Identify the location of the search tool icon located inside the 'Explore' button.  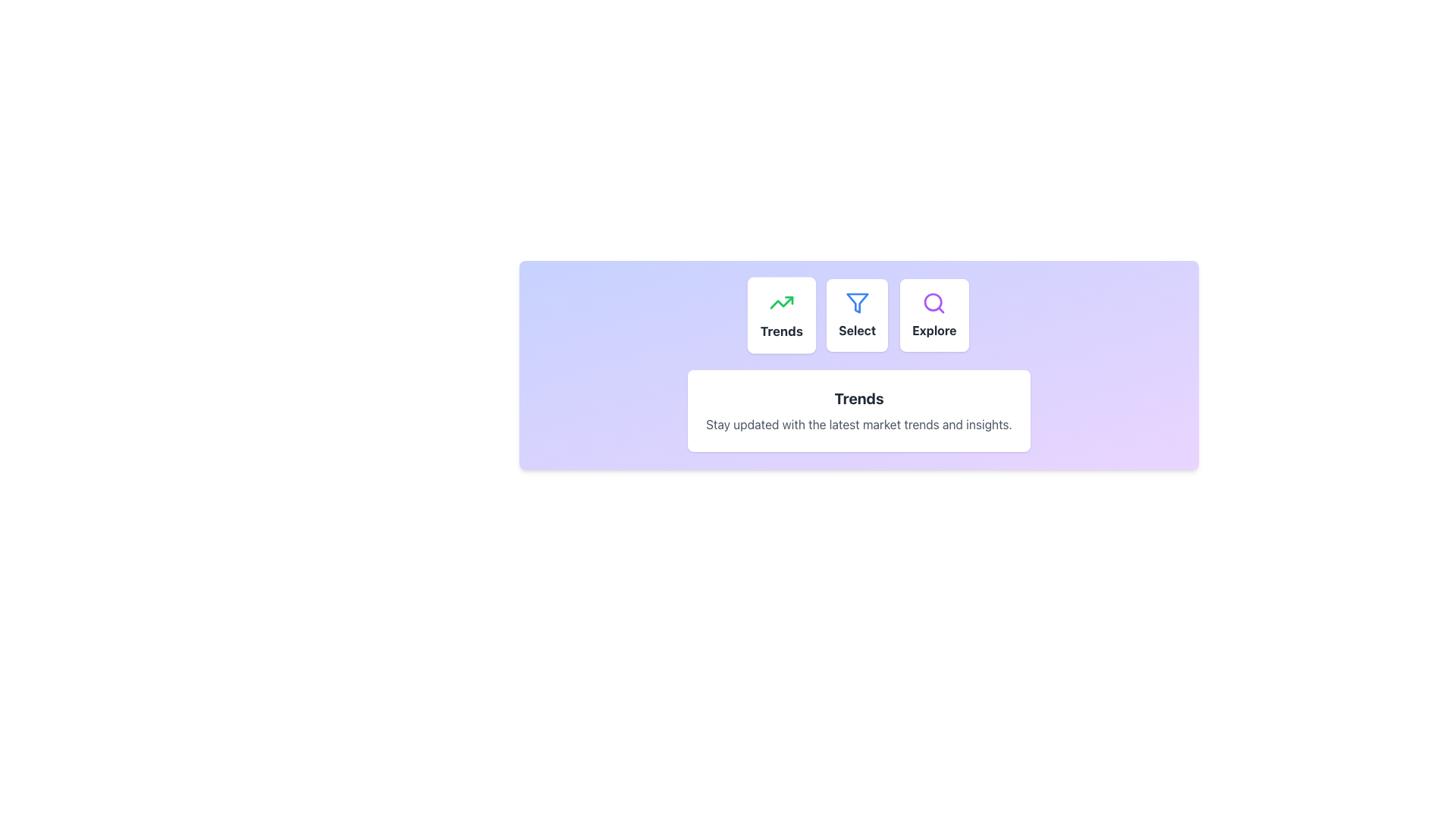
(934, 303).